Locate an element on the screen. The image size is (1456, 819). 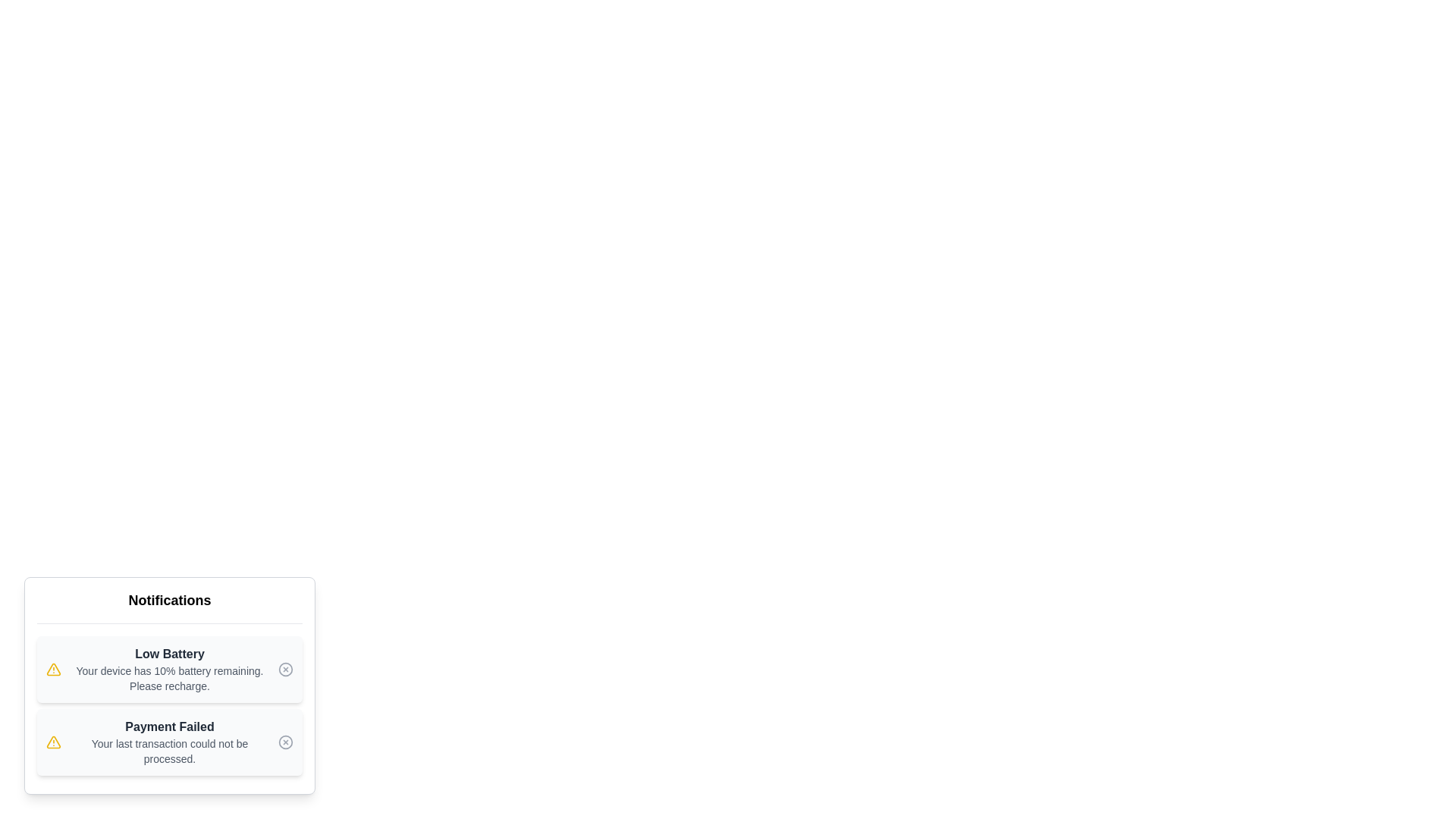
the warning icon indicating the 'Payment Failed' message, which is positioned to the left of the message under the 'Notifications' group is located at coordinates (54, 742).